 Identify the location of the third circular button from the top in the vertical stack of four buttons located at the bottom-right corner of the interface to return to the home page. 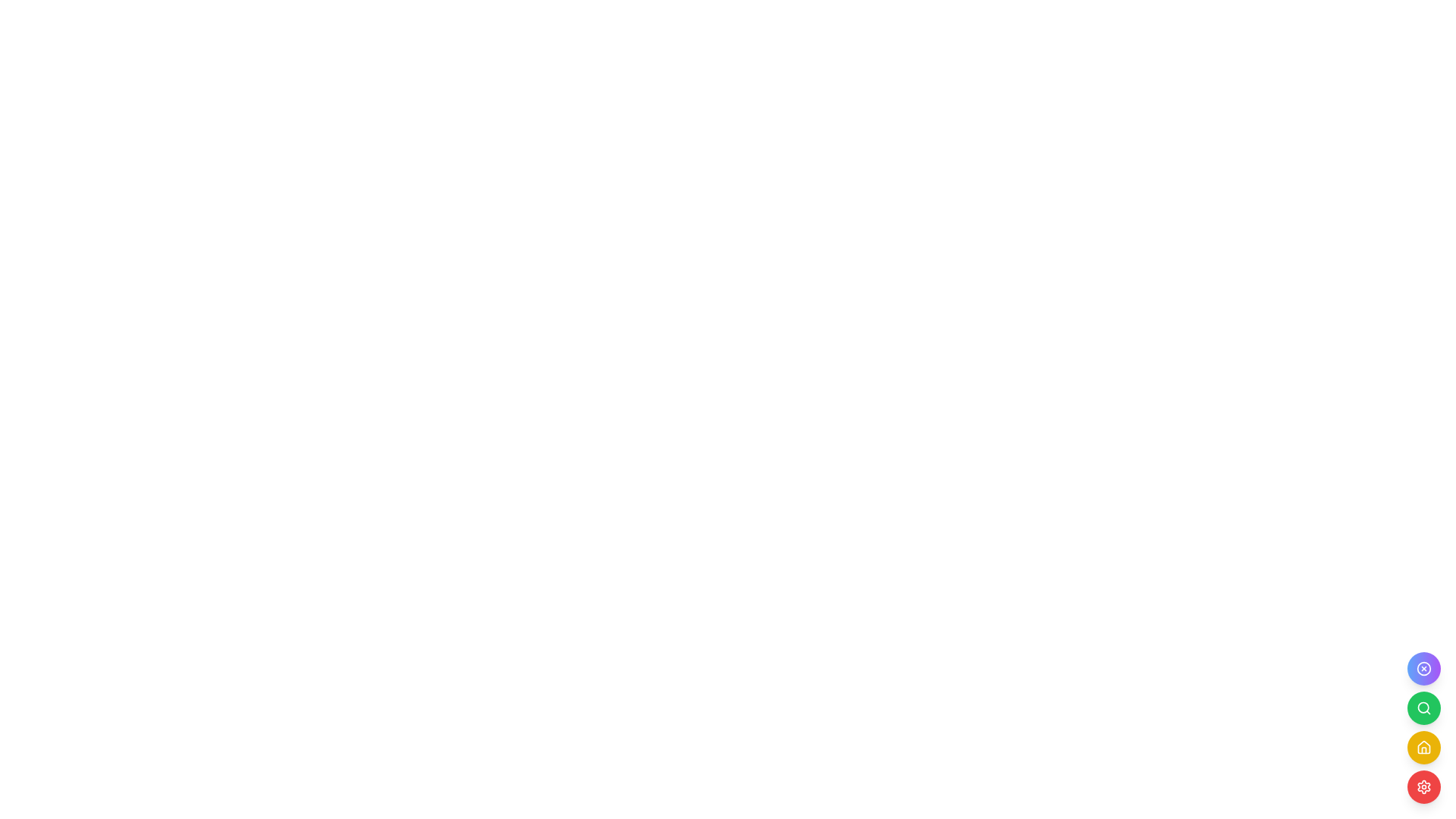
(1423, 747).